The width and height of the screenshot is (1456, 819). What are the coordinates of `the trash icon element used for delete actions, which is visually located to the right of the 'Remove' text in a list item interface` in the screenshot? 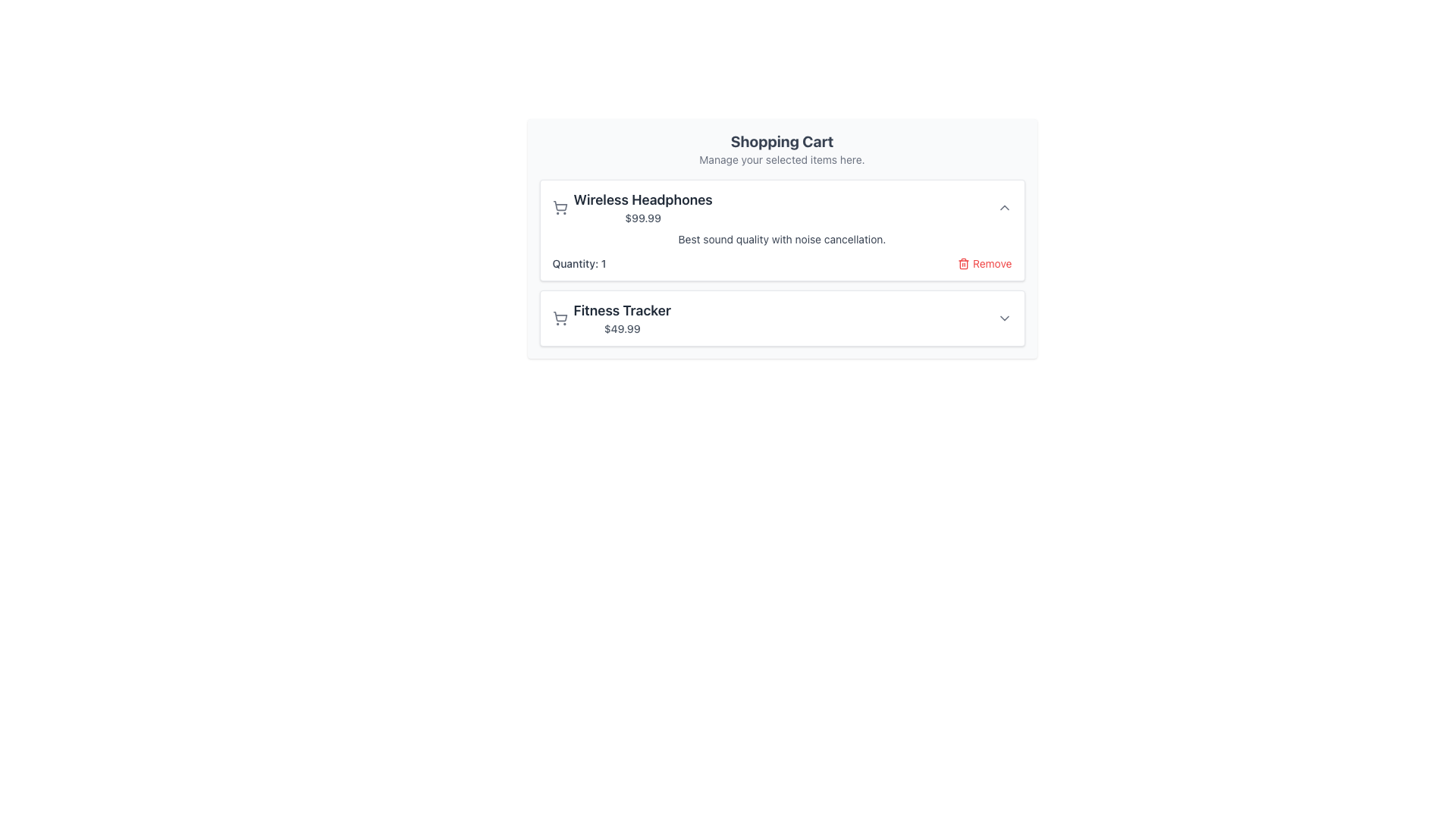 It's located at (963, 264).